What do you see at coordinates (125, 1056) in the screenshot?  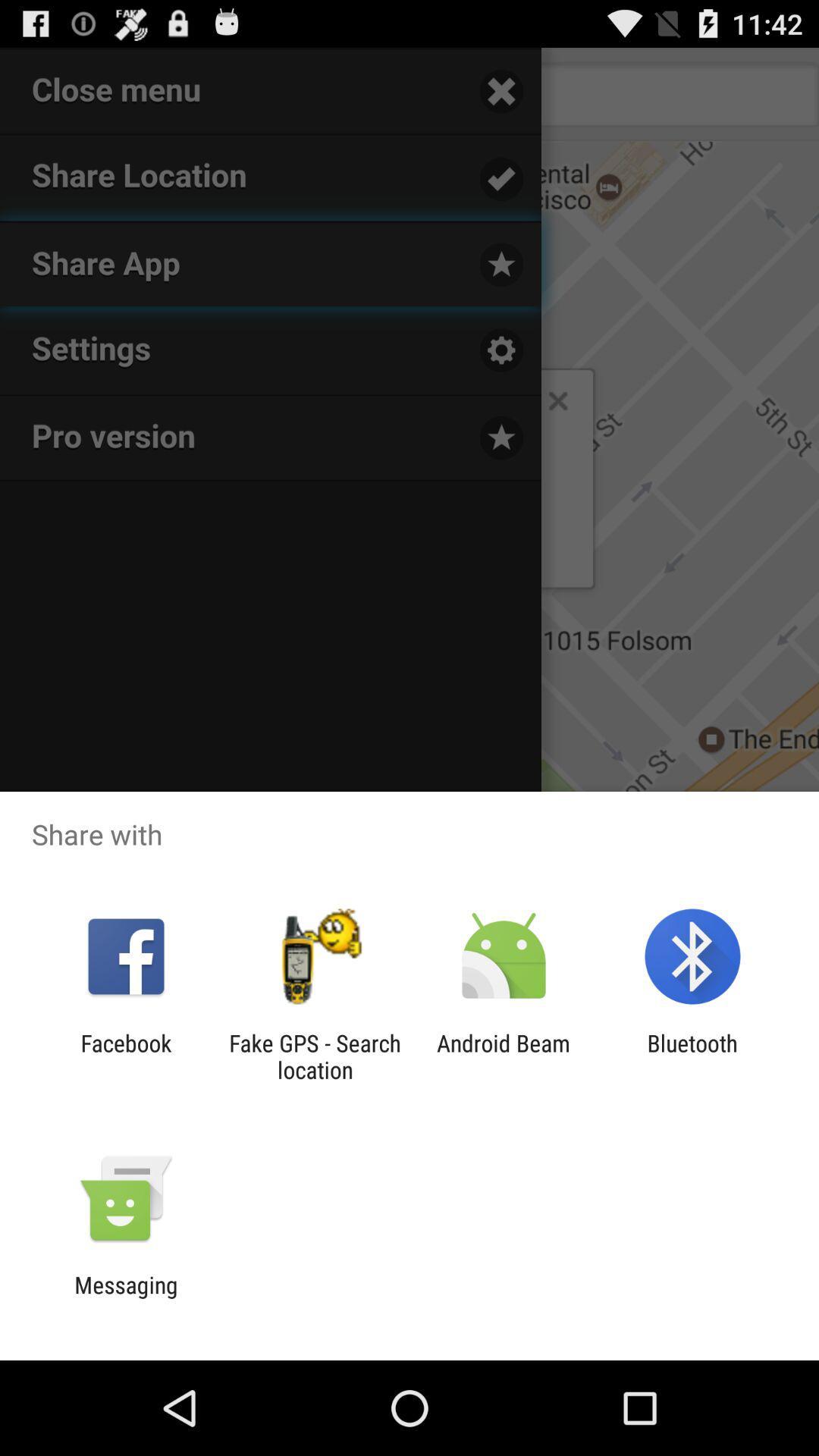 I see `the facebook` at bounding box center [125, 1056].